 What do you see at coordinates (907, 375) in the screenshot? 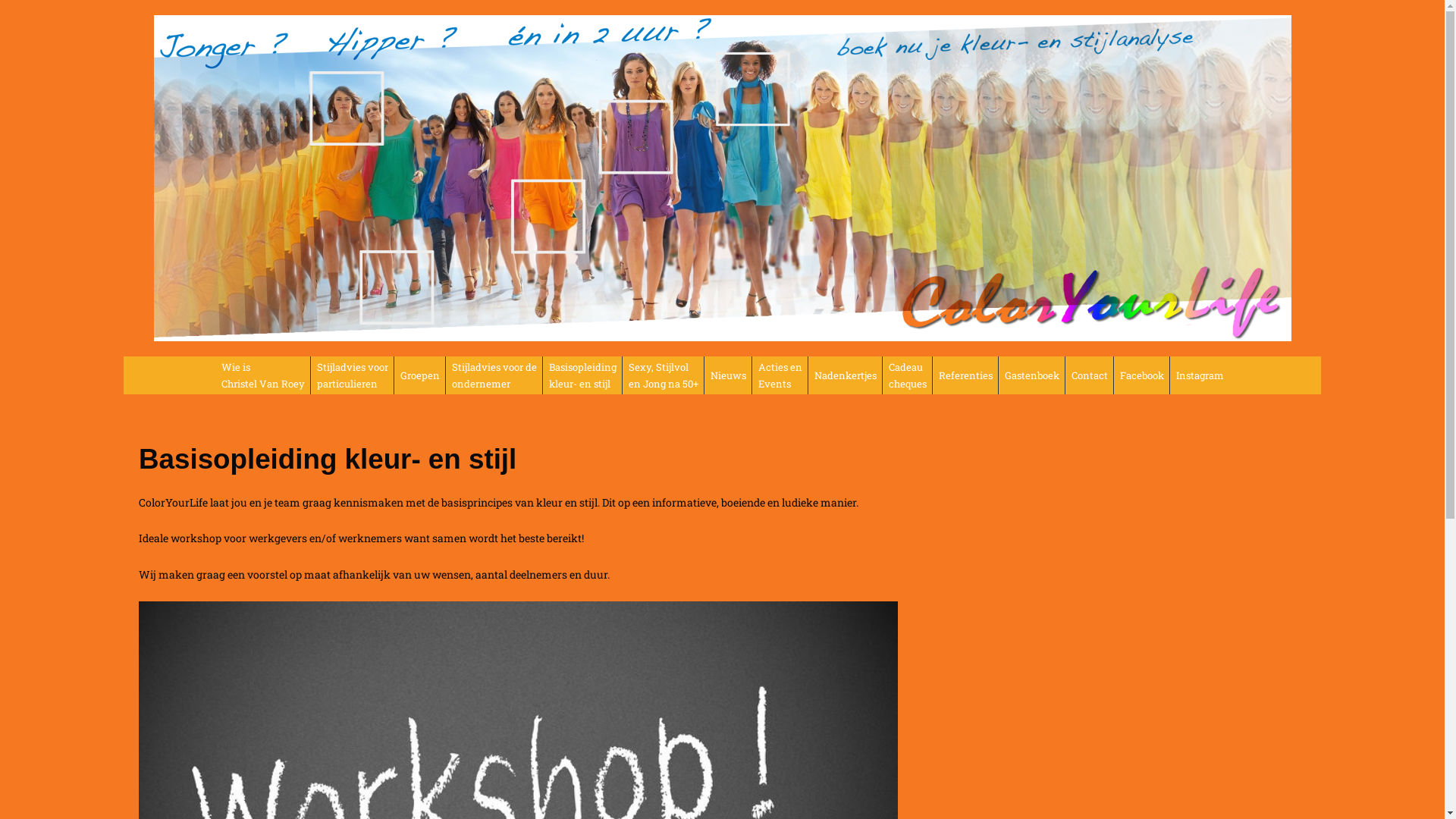
I see `'Cadeau` at bounding box center [907, 375].